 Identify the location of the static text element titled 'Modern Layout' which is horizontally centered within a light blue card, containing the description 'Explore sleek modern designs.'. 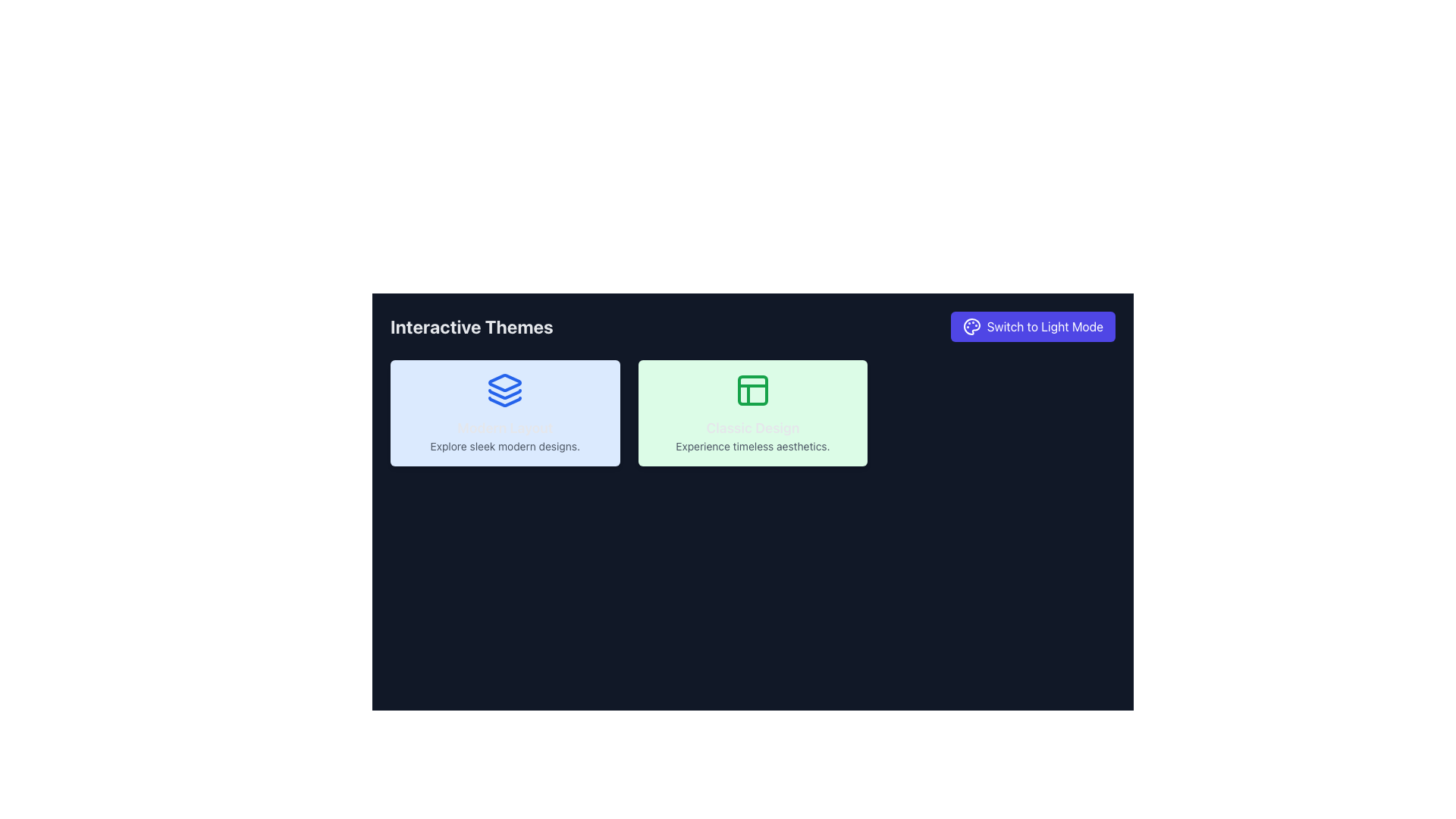
(505, 435).